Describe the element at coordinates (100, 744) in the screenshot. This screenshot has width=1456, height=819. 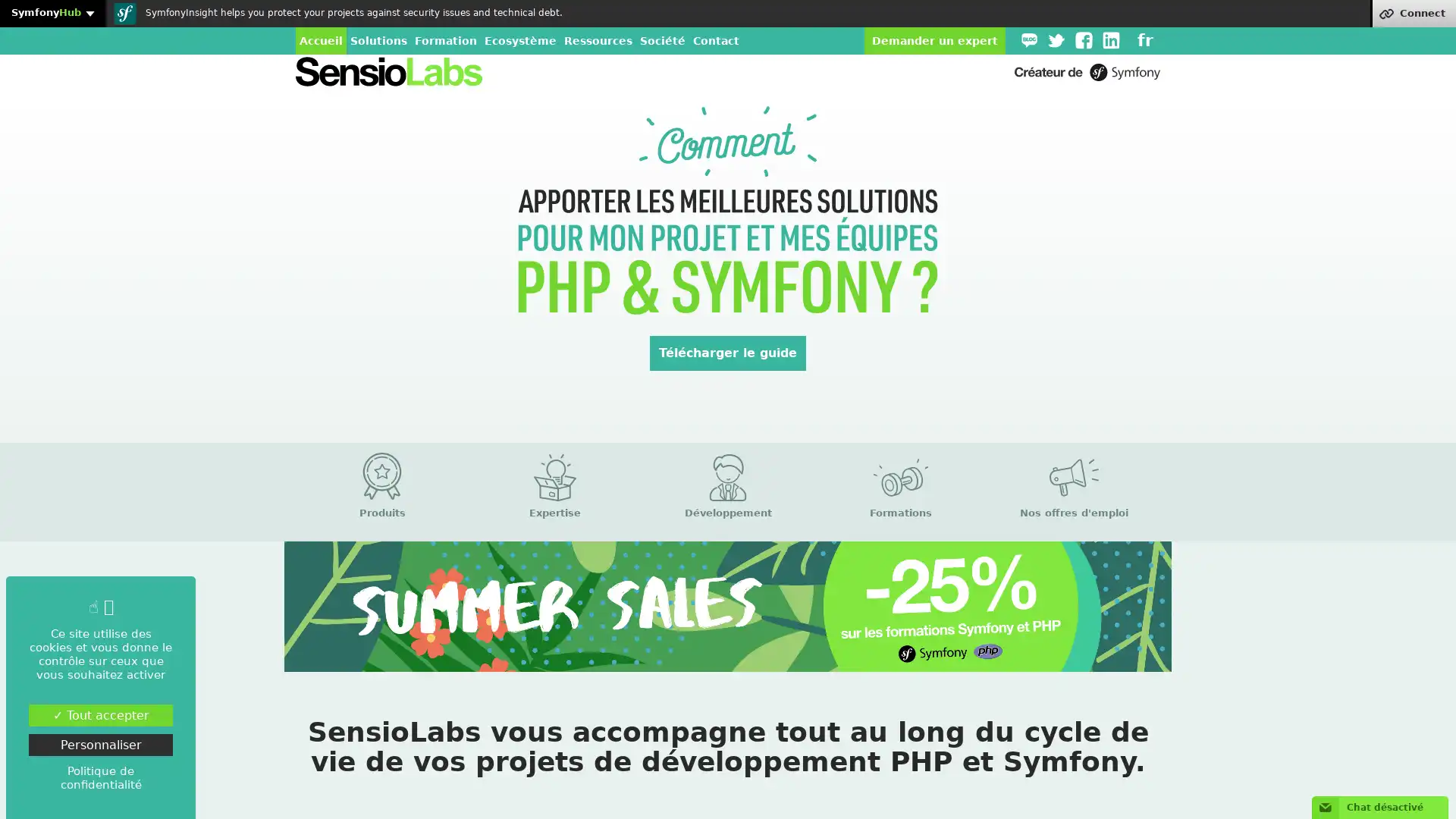
I see `Personnaliser` at that location.